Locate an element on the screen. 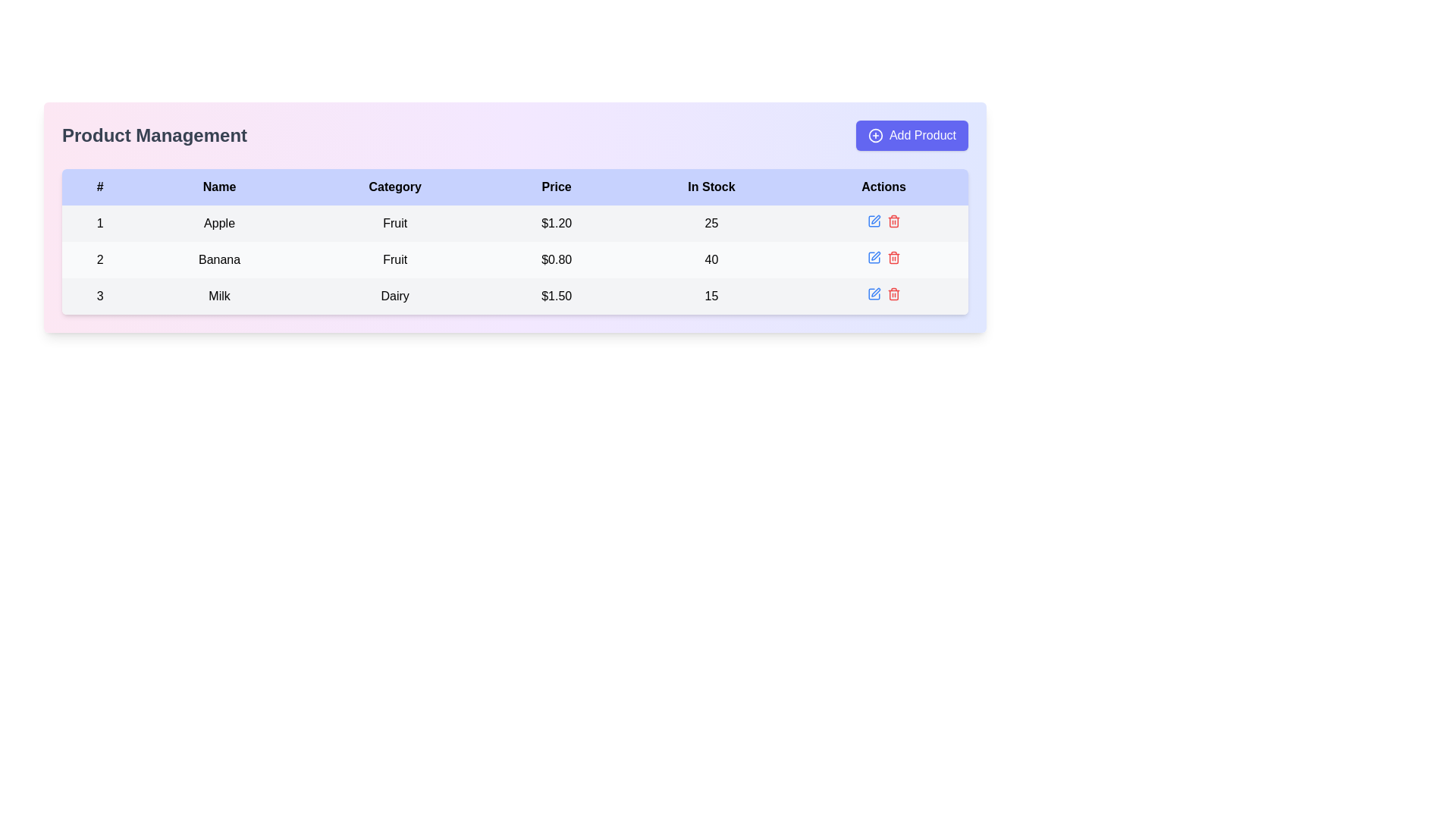  the 'Category' label in the header row of the table, which is the third column header displaying the word 'Category' in black text on a light blue background is located at coordinates (395, 186).